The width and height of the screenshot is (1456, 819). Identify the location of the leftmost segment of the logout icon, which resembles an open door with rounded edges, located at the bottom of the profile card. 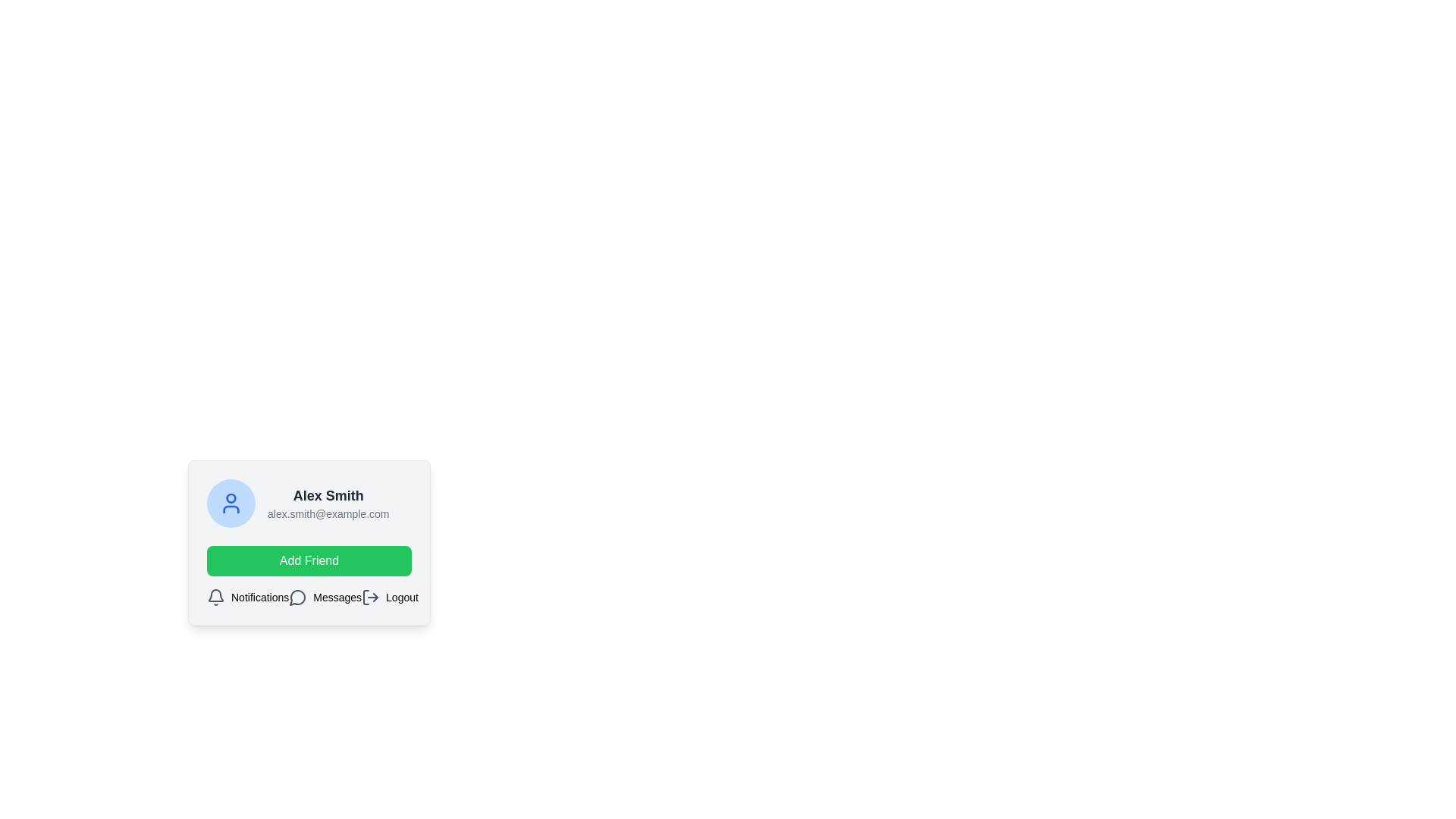
(366, 596).